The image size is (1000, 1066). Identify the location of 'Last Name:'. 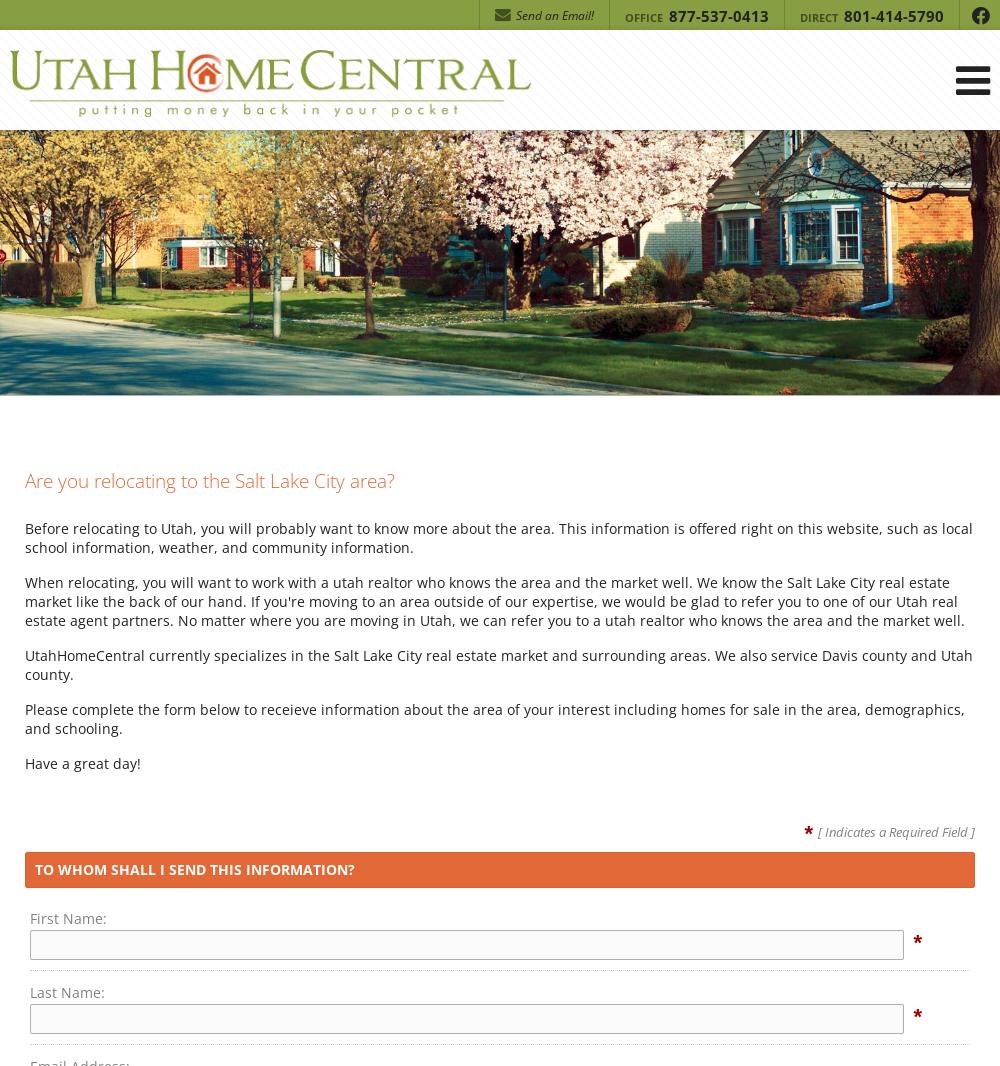
(66, 991).